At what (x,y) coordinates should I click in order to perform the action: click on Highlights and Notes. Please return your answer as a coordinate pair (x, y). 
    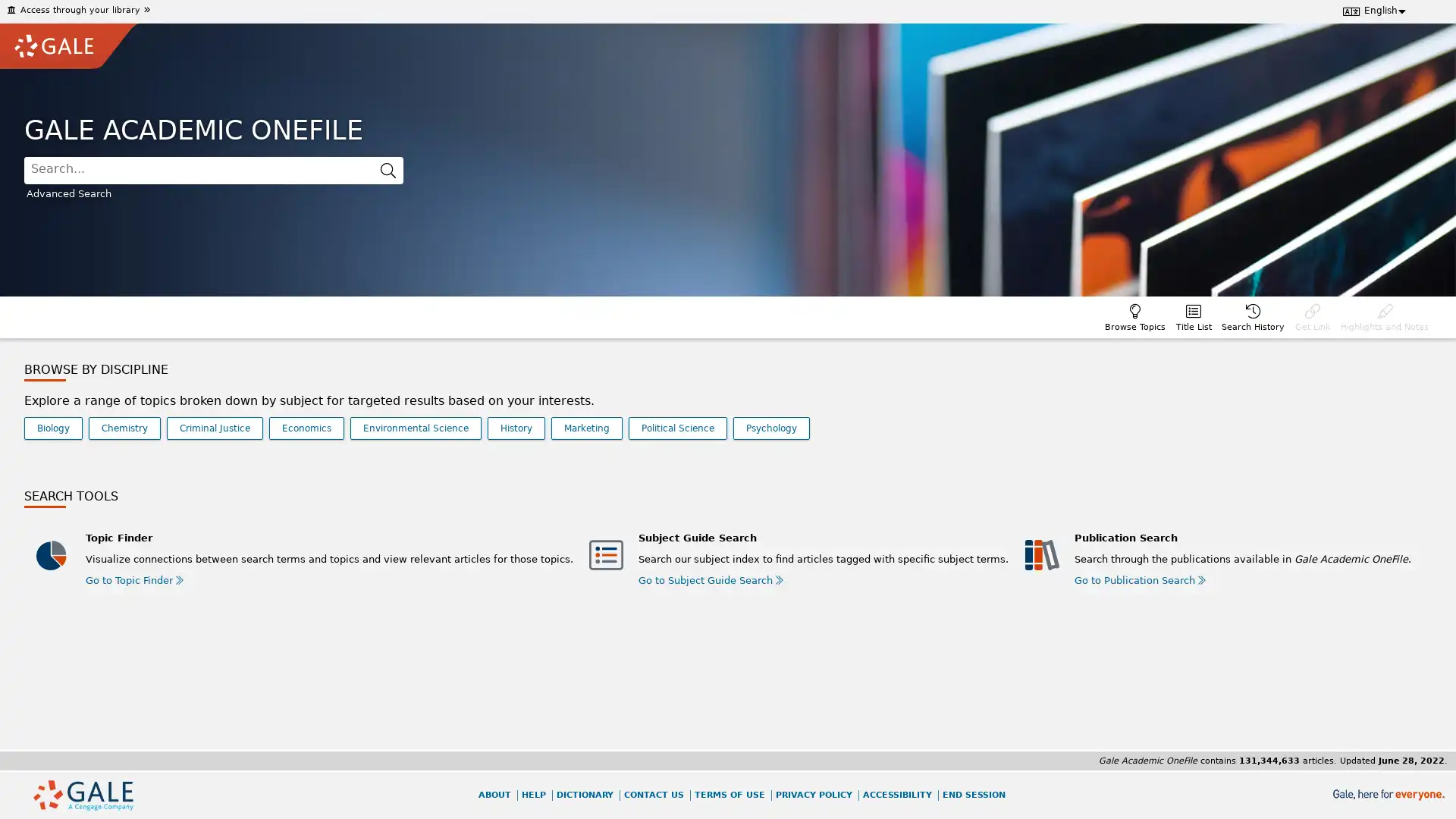
    Looking at the image, I should click on (1384, 315).